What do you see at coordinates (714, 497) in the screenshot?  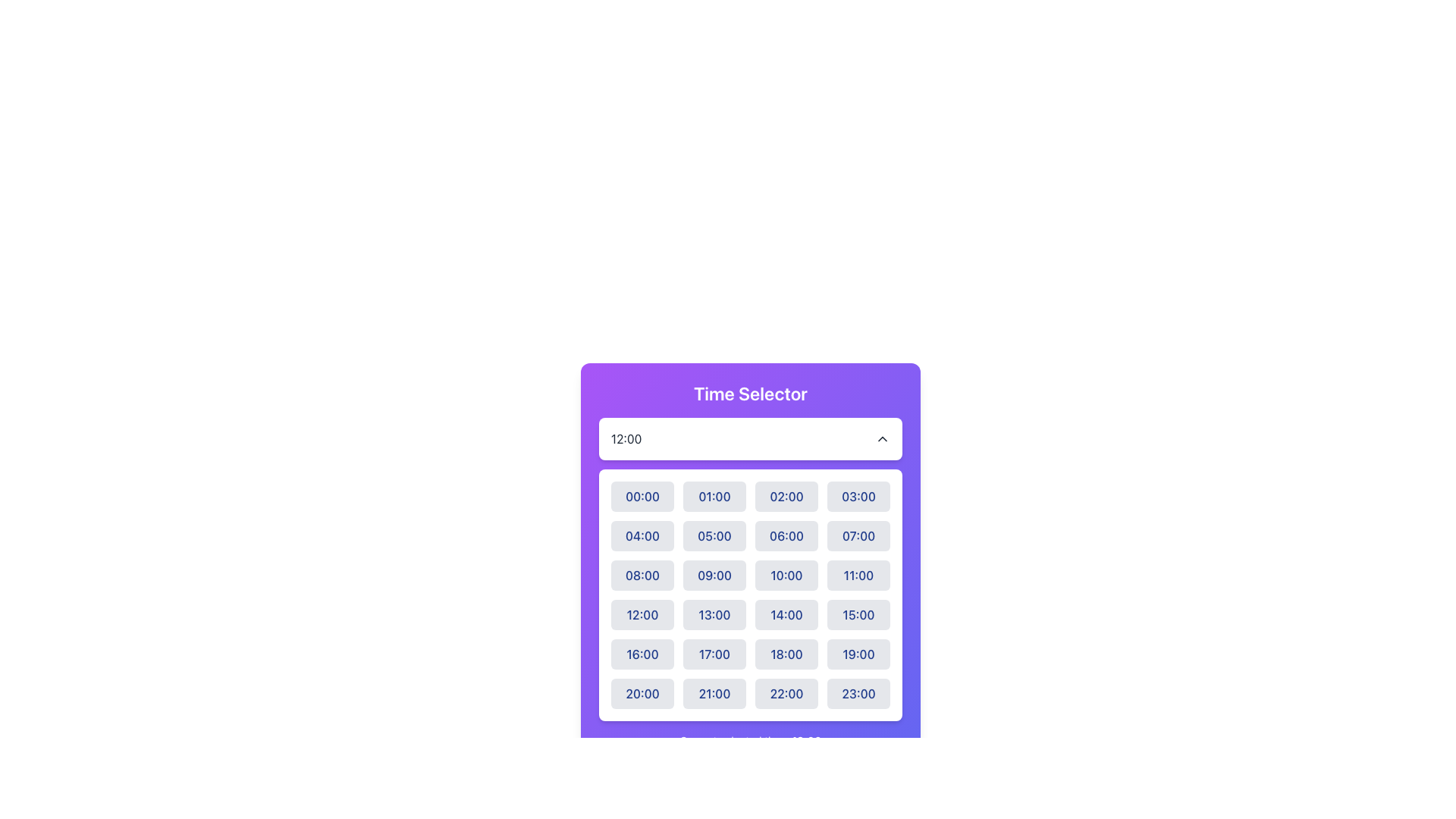 I see `the second button in the first row of the time selection grid` at bounding box center [714, 497].